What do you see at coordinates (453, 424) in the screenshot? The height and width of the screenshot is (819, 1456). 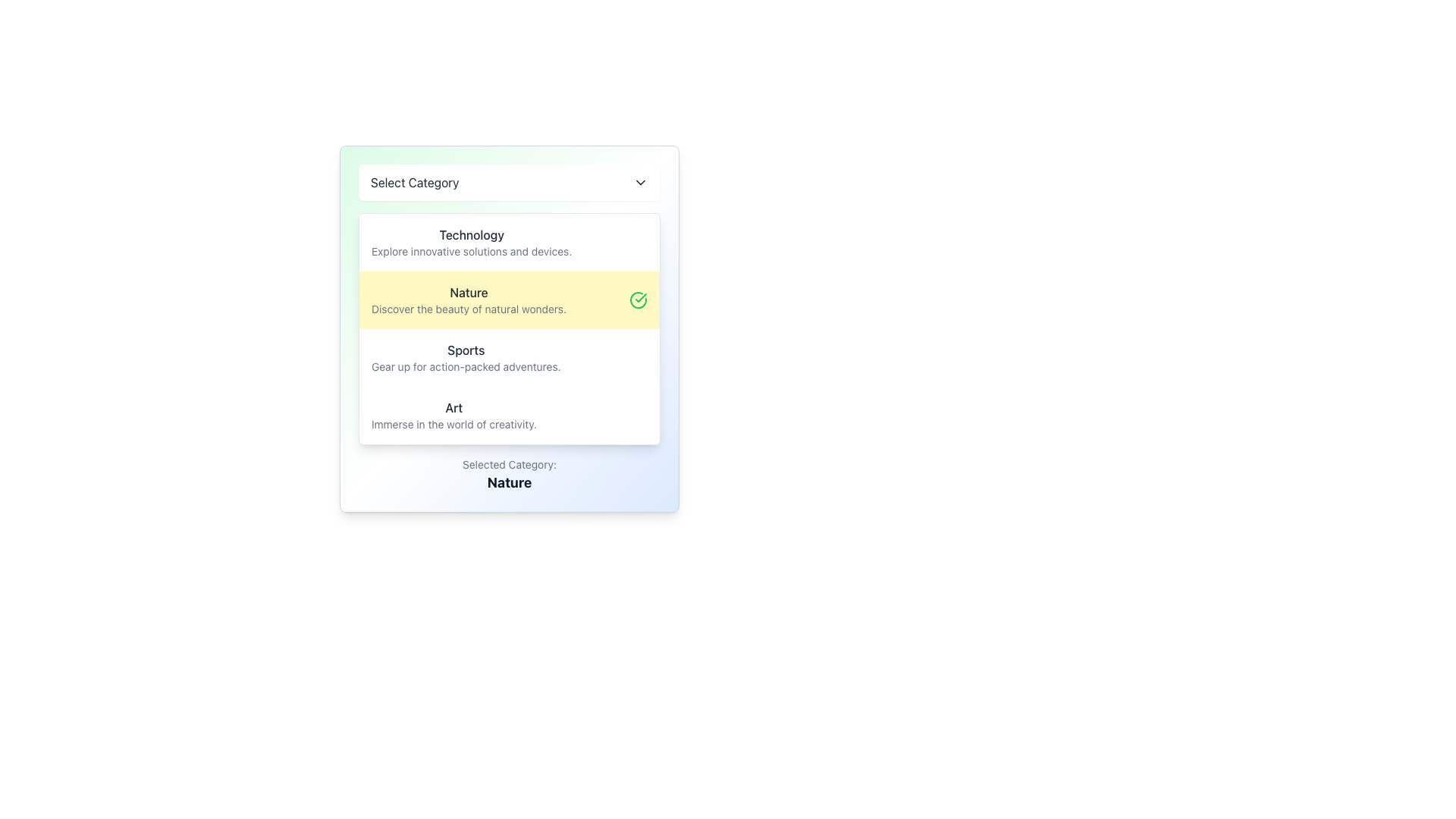 I see `the text block providing description for the 'Art' category, located under the category selection panel as the second text line` at bounding box center [453, 424].